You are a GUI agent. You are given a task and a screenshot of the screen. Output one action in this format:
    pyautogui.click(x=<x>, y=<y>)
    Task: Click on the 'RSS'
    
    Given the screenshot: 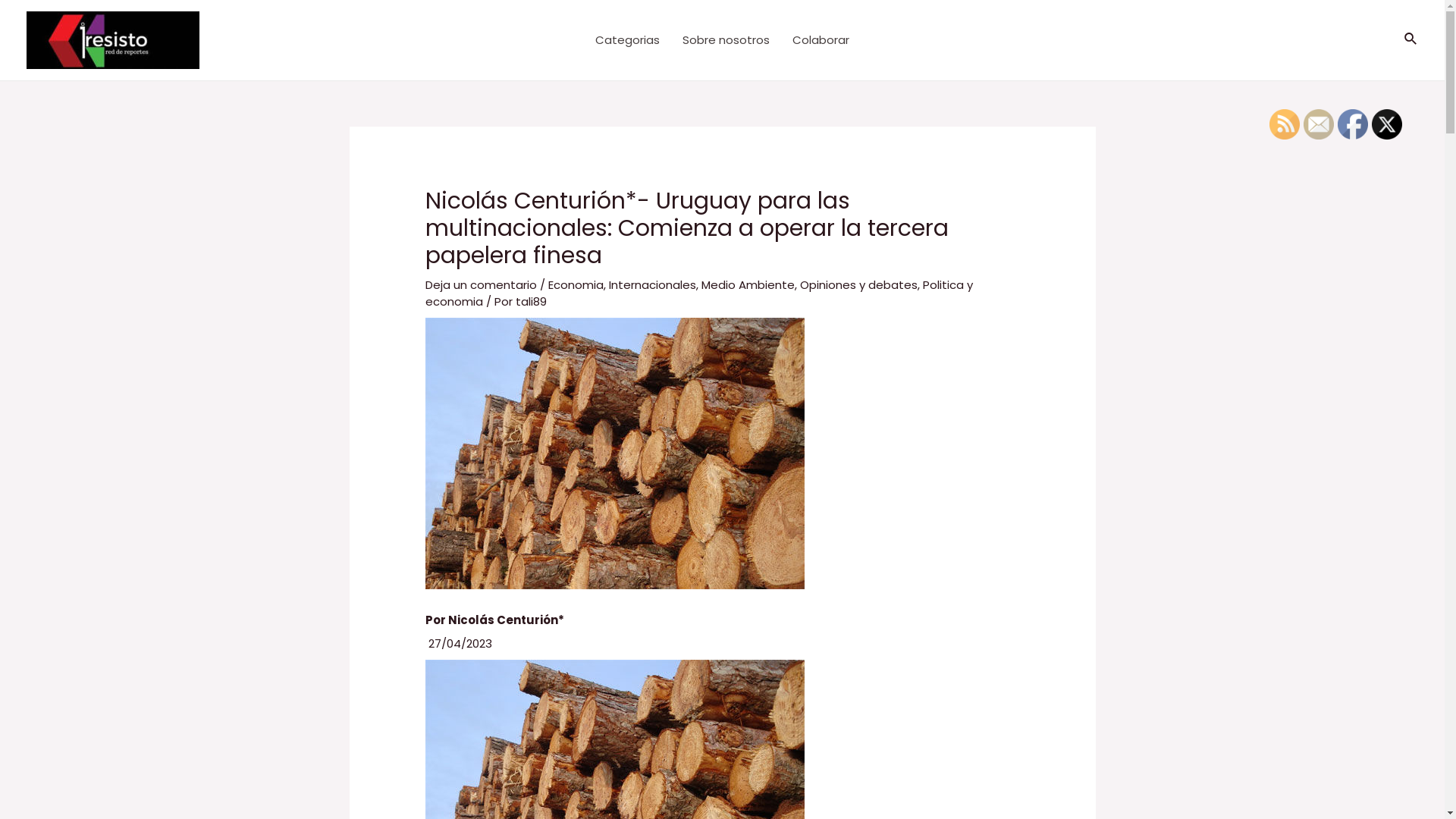 What is the action you would take?
    pyautogui.click(x=1284, y=124)
    